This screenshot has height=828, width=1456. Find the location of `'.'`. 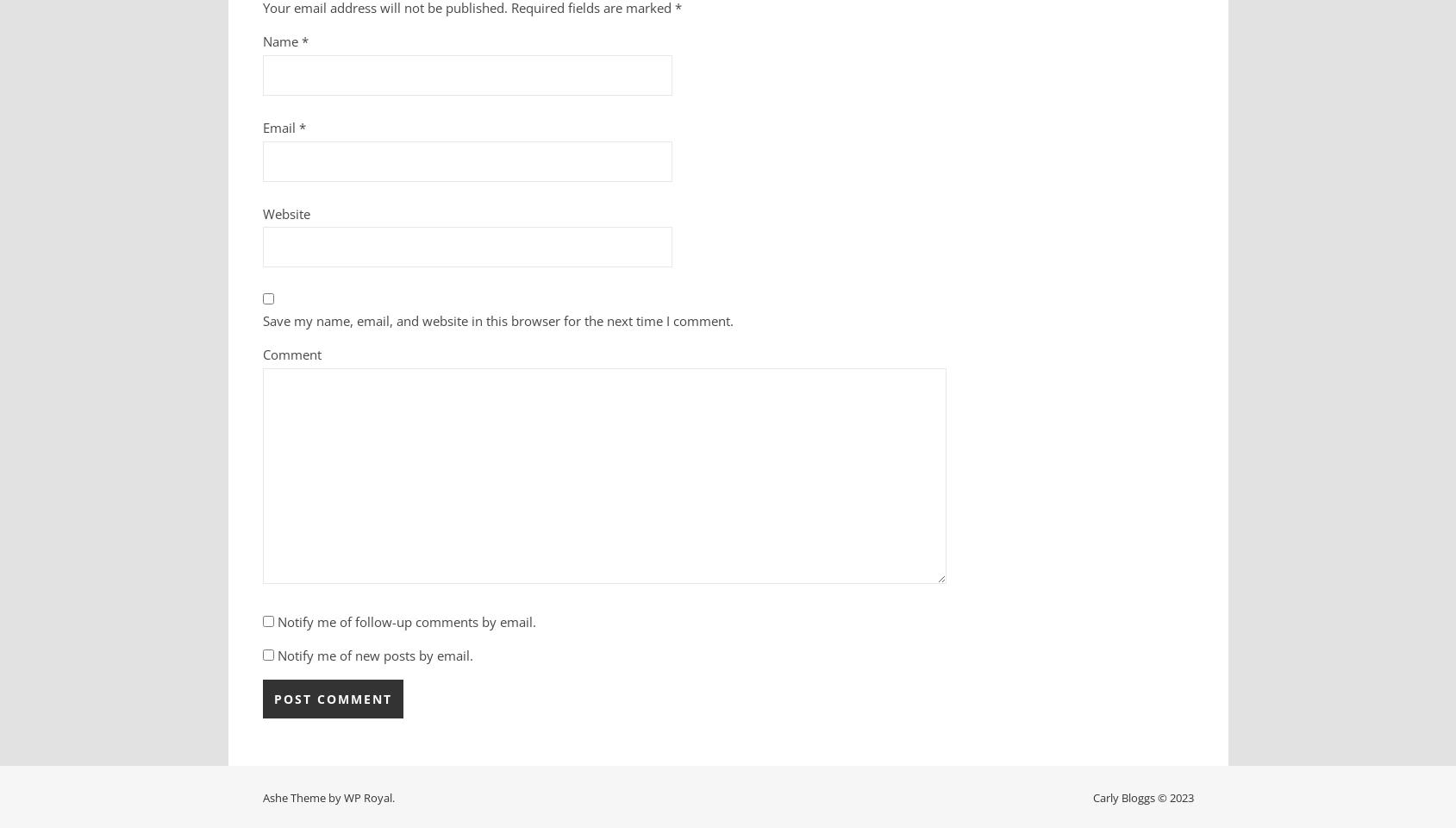

'.' is located at coordinates (391, 797).